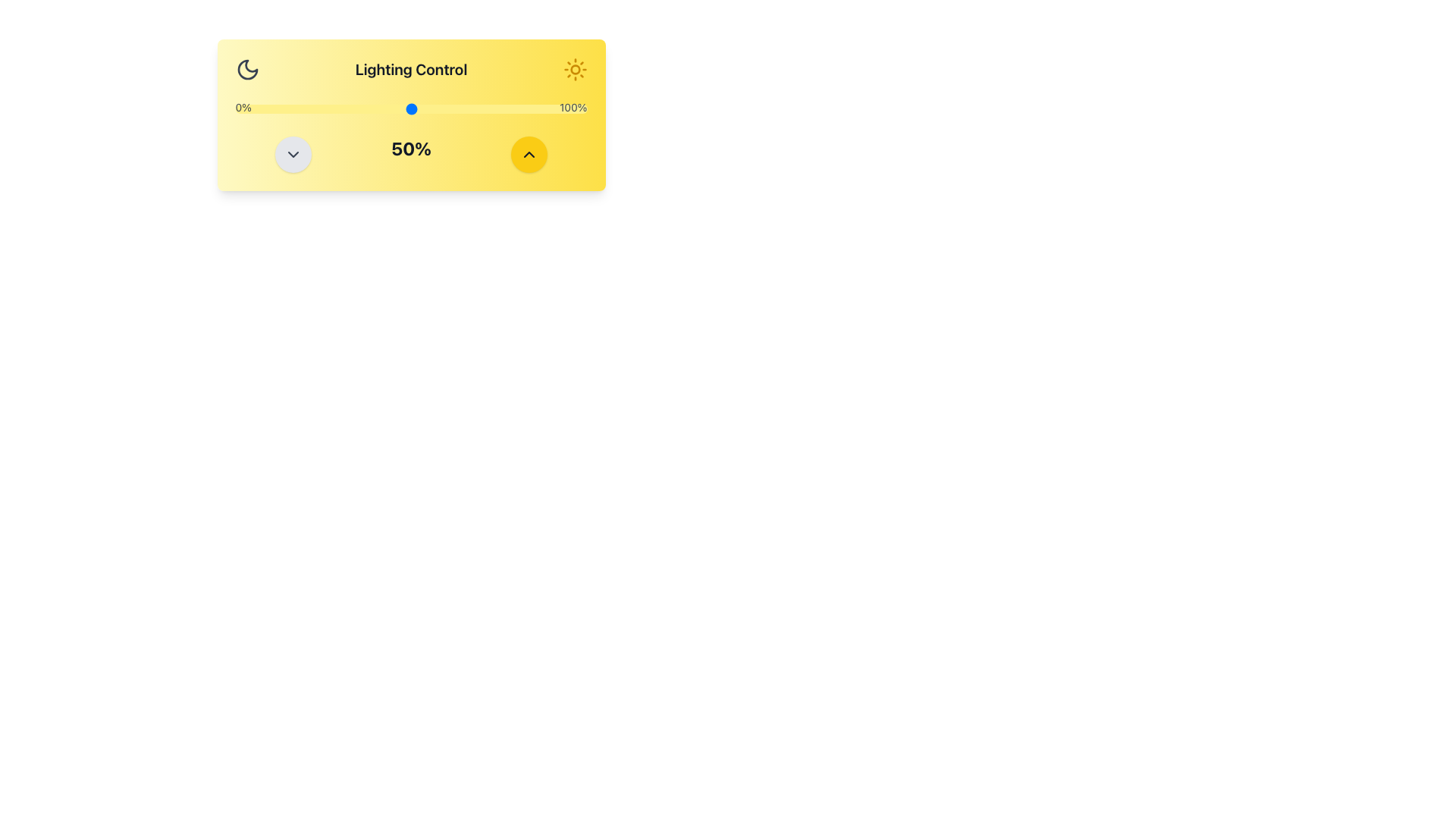 This screenshot has height=819, width=1456. Describe the element at coordinates (573, 108) in the screenshot. I see `the static text label displaying '100%' on a light yellow background, which indicates the maximum value of the slider component` at that location.